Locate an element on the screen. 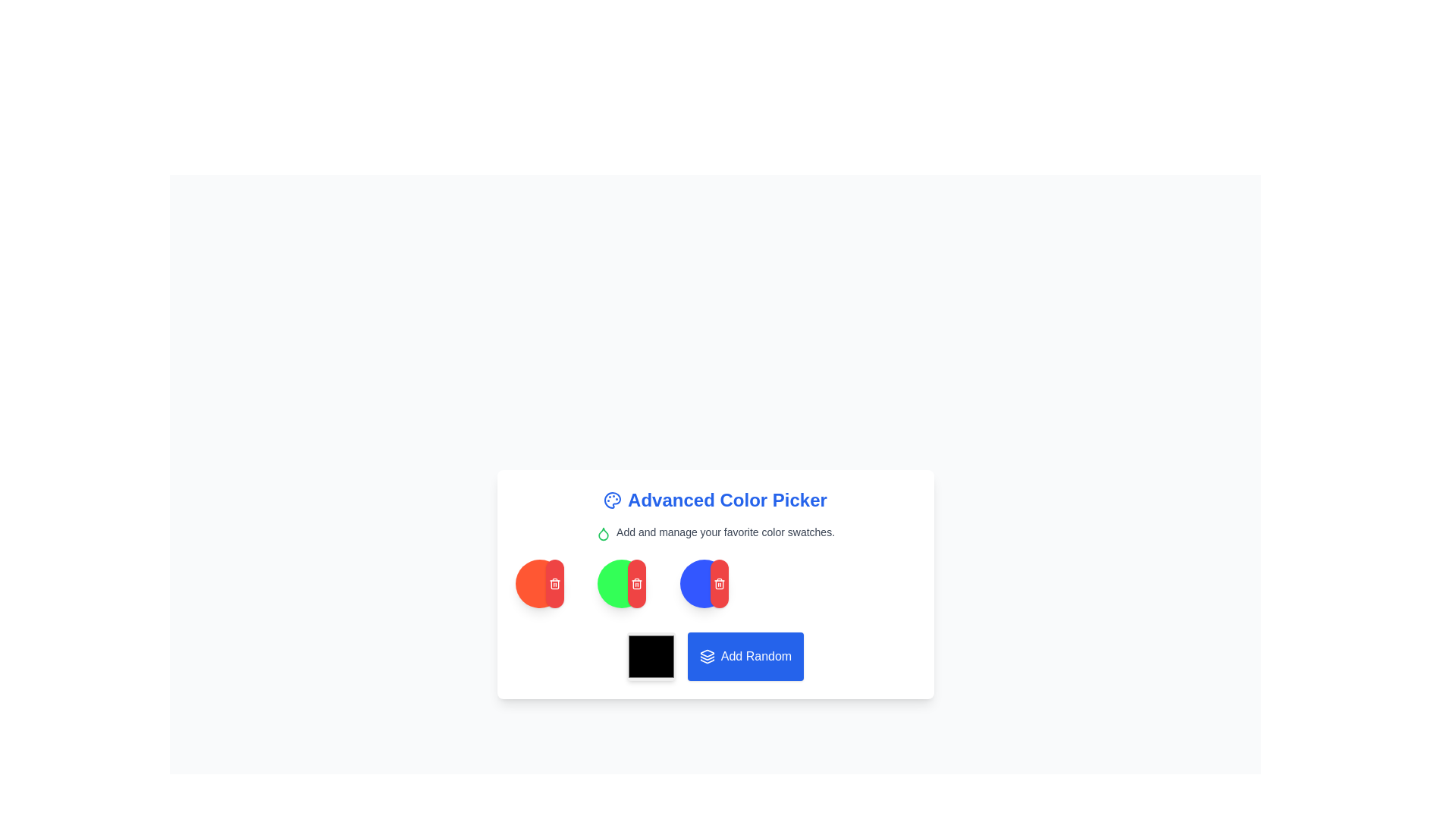  text label that says 'Add and manage your favorite color swatches.' which is positioned below the heading 'Advanced Color Picker.' is located at coordinates (714, 532).